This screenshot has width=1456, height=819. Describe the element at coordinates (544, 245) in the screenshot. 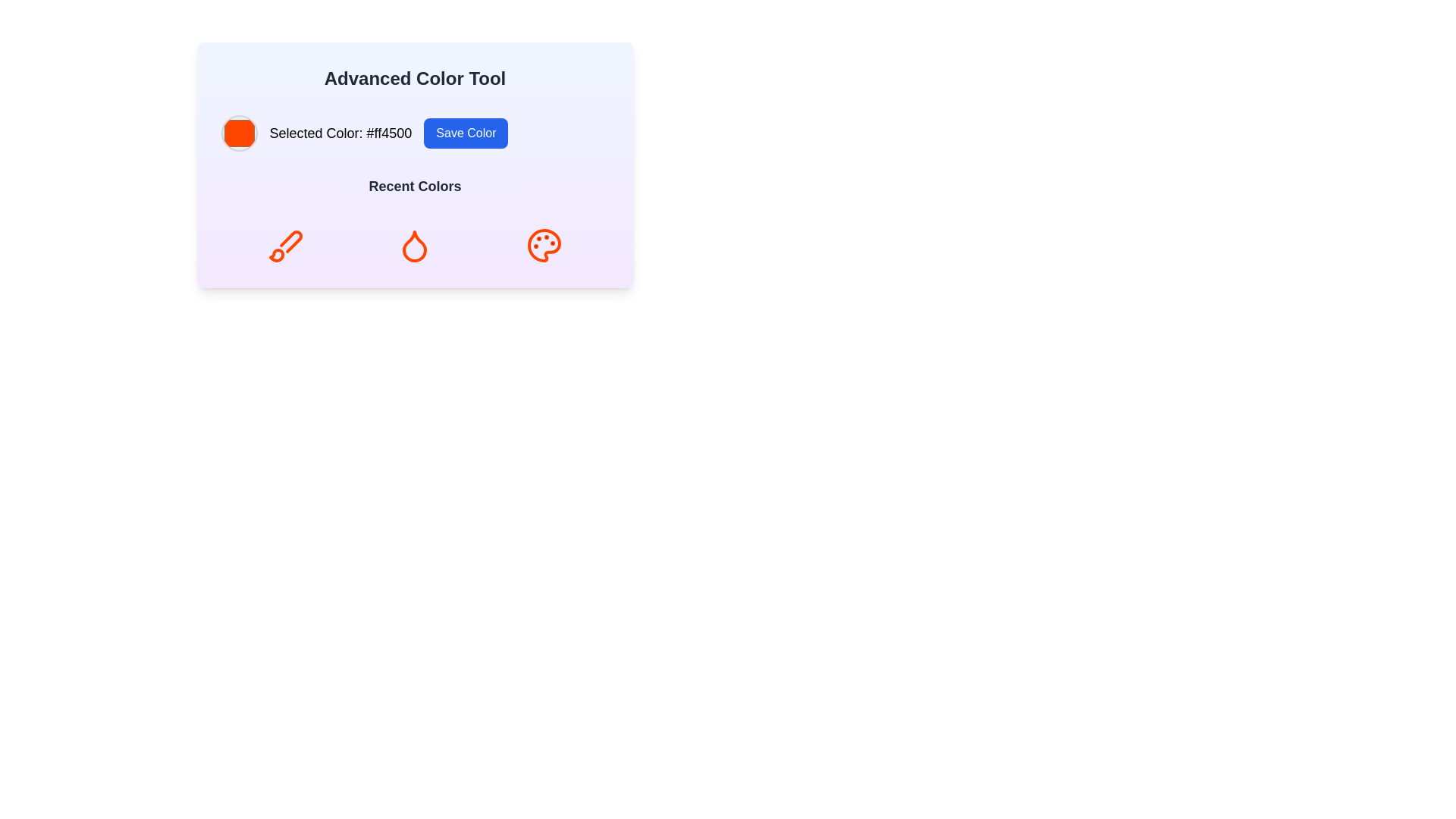

I see `the painter's palette icon, which is the third icon from the left in a horizontal line of color-related actions` at that location.